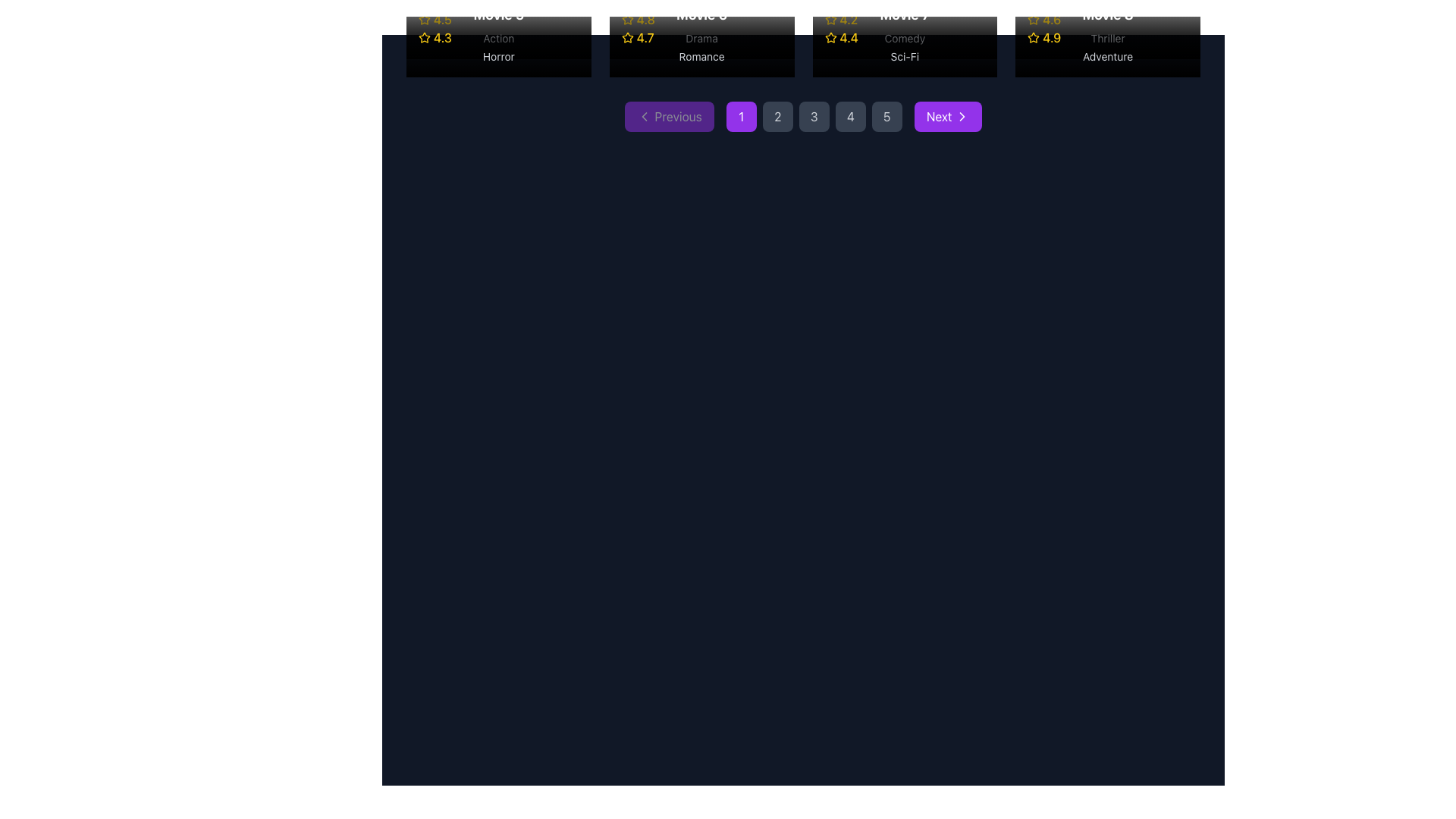  I want to click on the static text element displaying the rating '4.4' in bold yellow font, located to the right of the yellow star icon in the fourth movie card, so click(848, 37).